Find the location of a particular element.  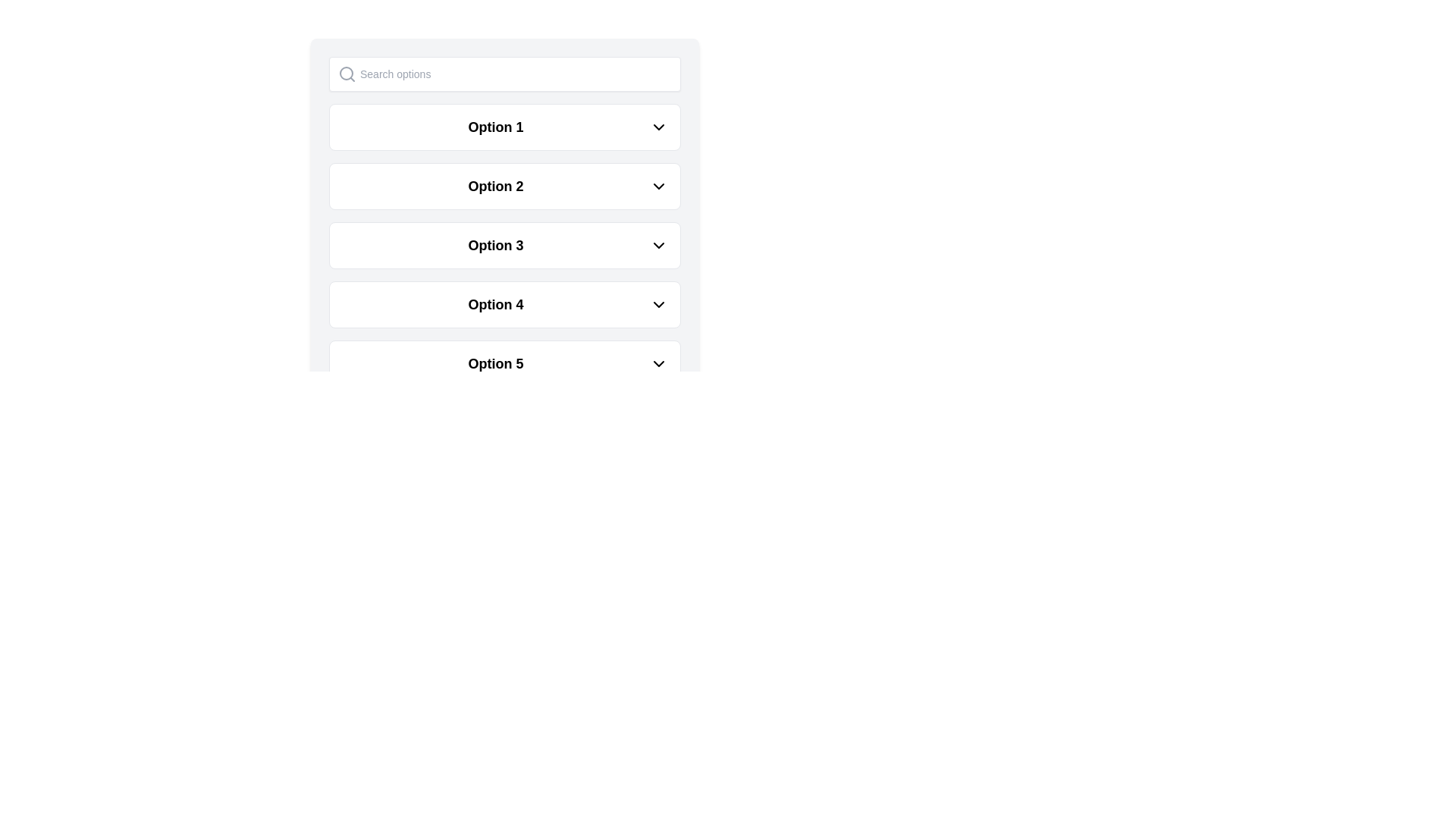

the downward-facing chevron icon located to the right of the text 'Option 1' is located at coordinates (658, 127).